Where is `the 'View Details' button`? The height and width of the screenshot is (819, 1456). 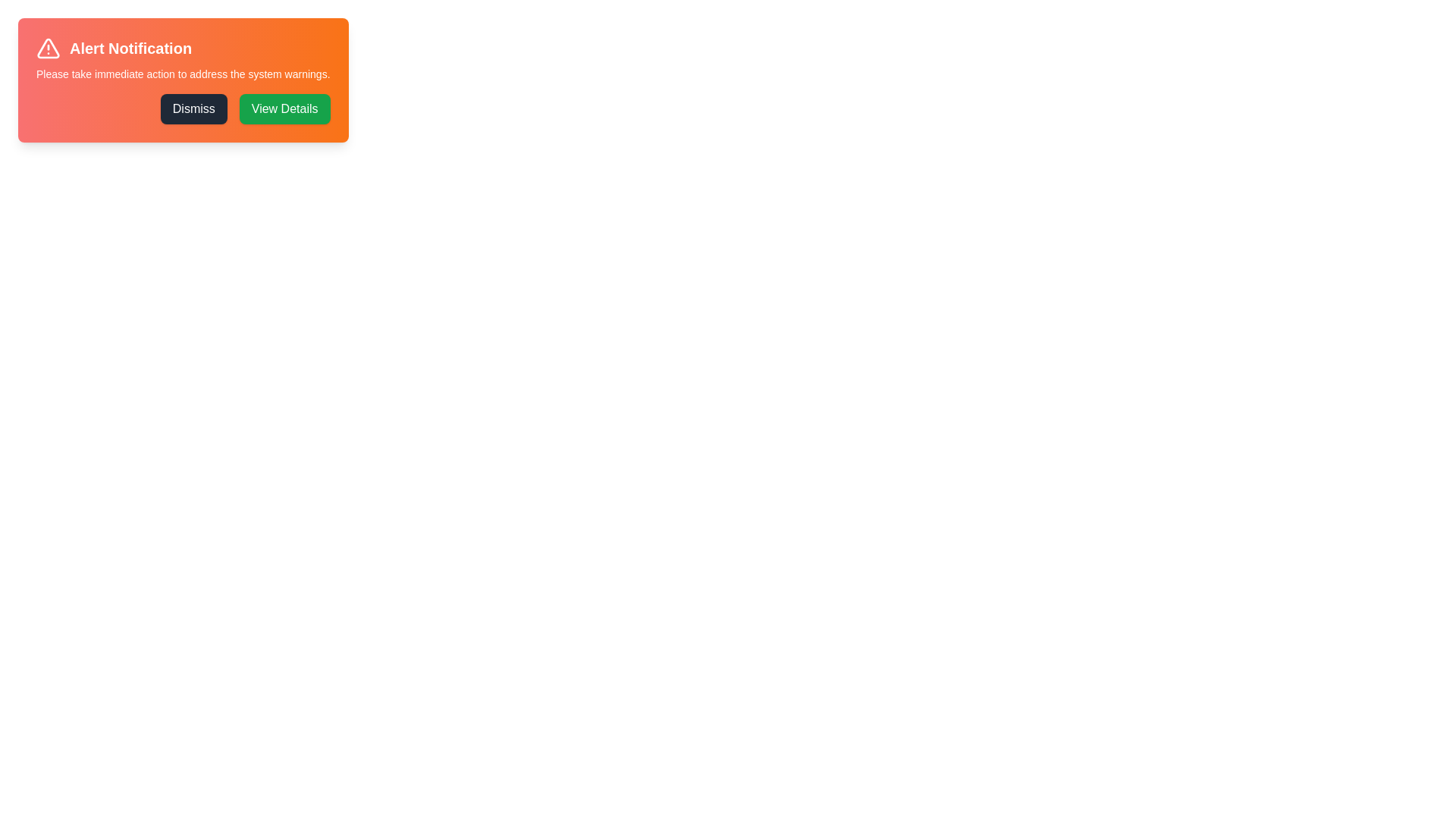 the 'View Details' button is located at coordinates (284, 108).